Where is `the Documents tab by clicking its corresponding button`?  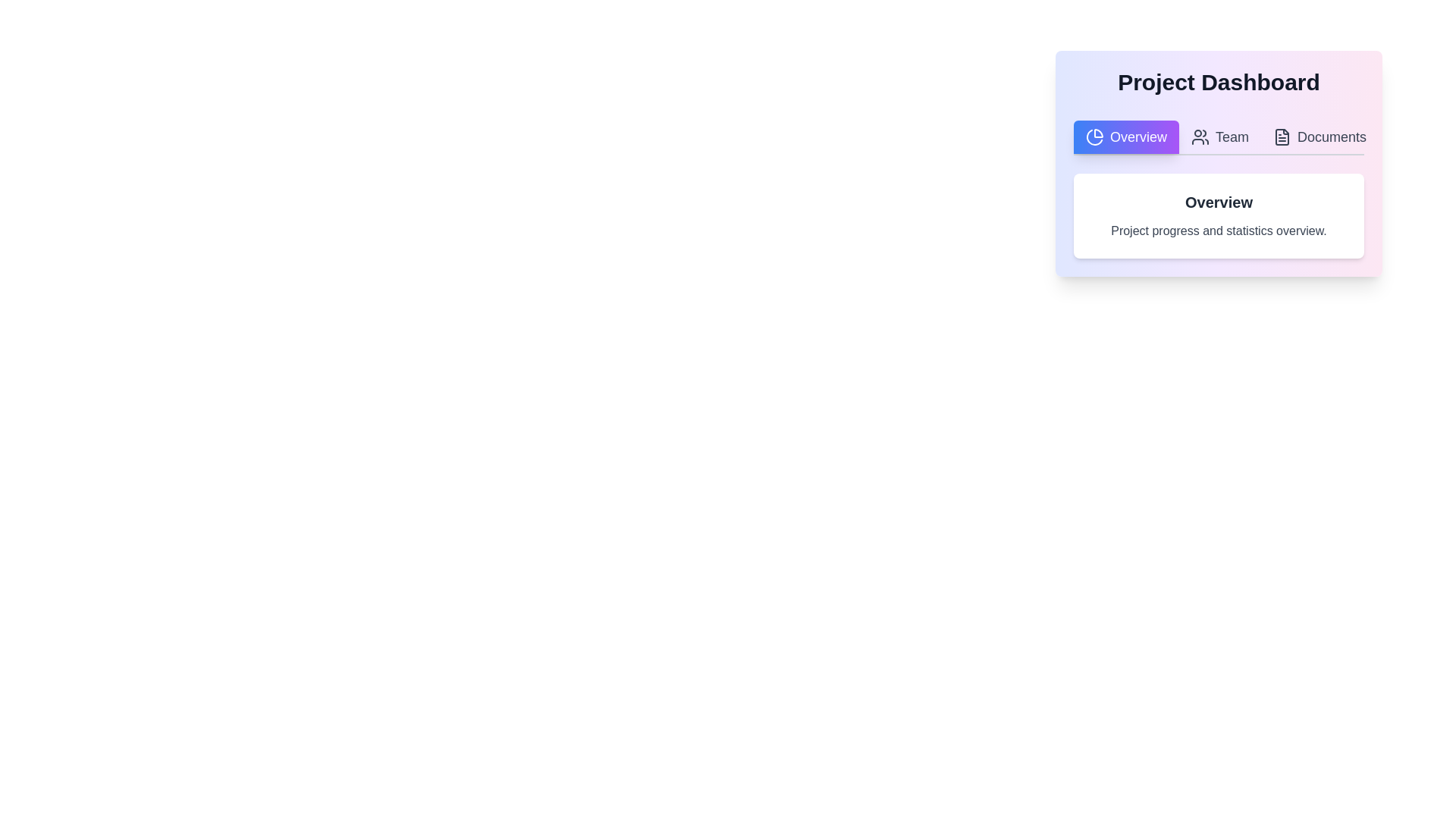 the Documents tab by clicking its corresponding button is located at coordinates (1319, 137).